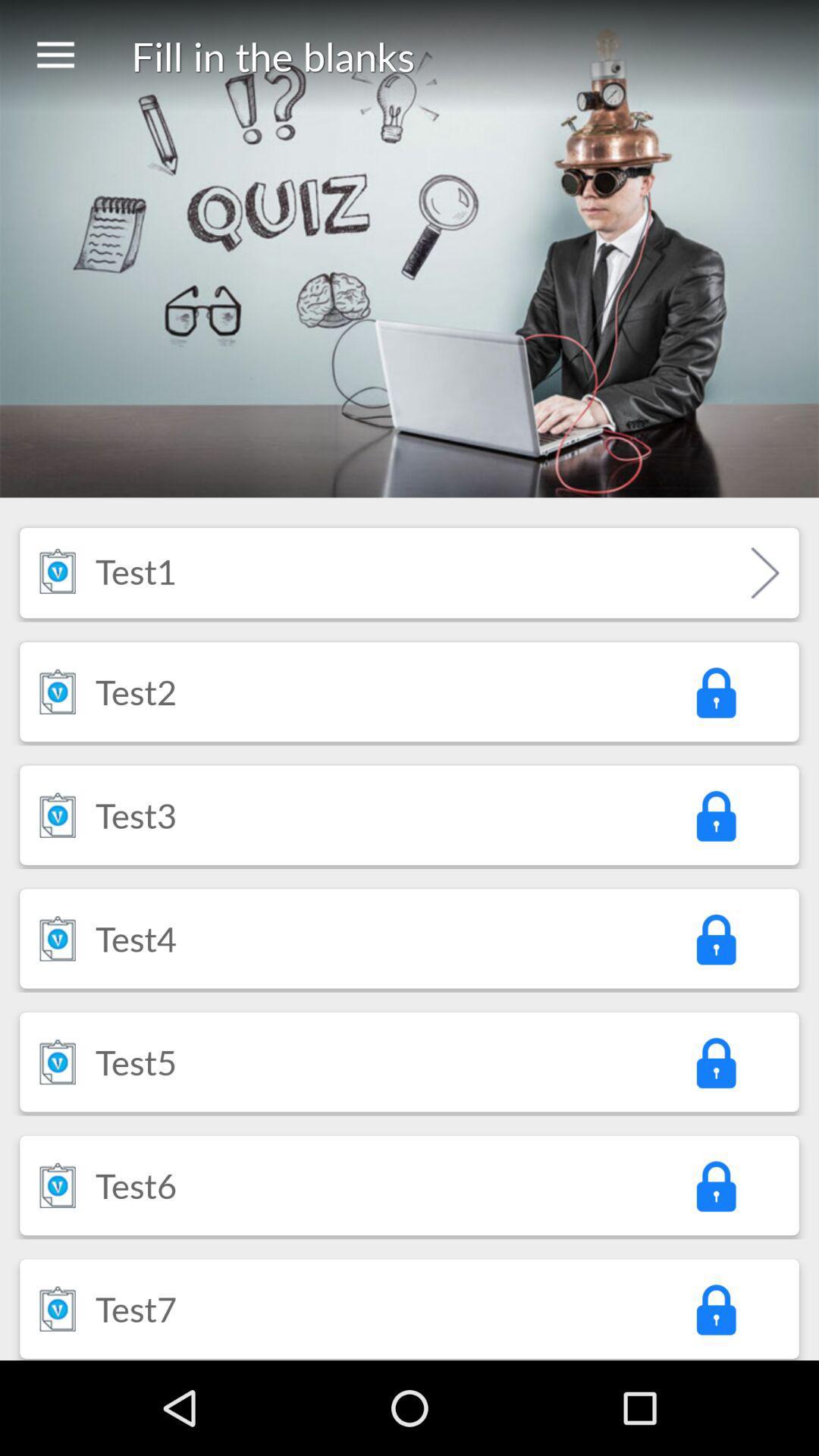  Describe the element at coordinates (715, 937) in the screenshot. I see `the icon to the right of the test4` at that location.